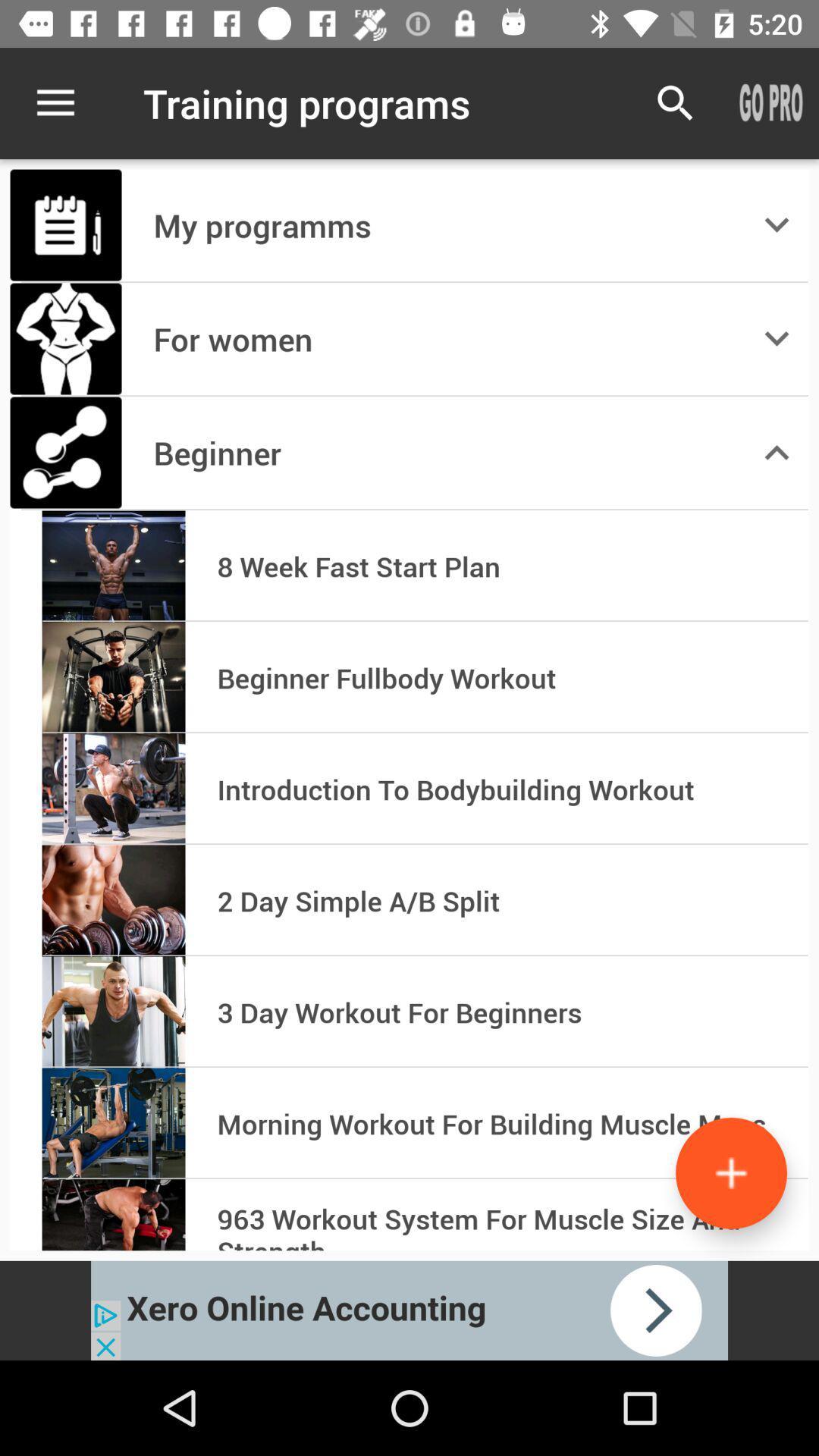 The height and width of the screenshot is (1456, 819). Describe the element at coordinates (730, 1172) in the screenshot. I see `more options` at that location.